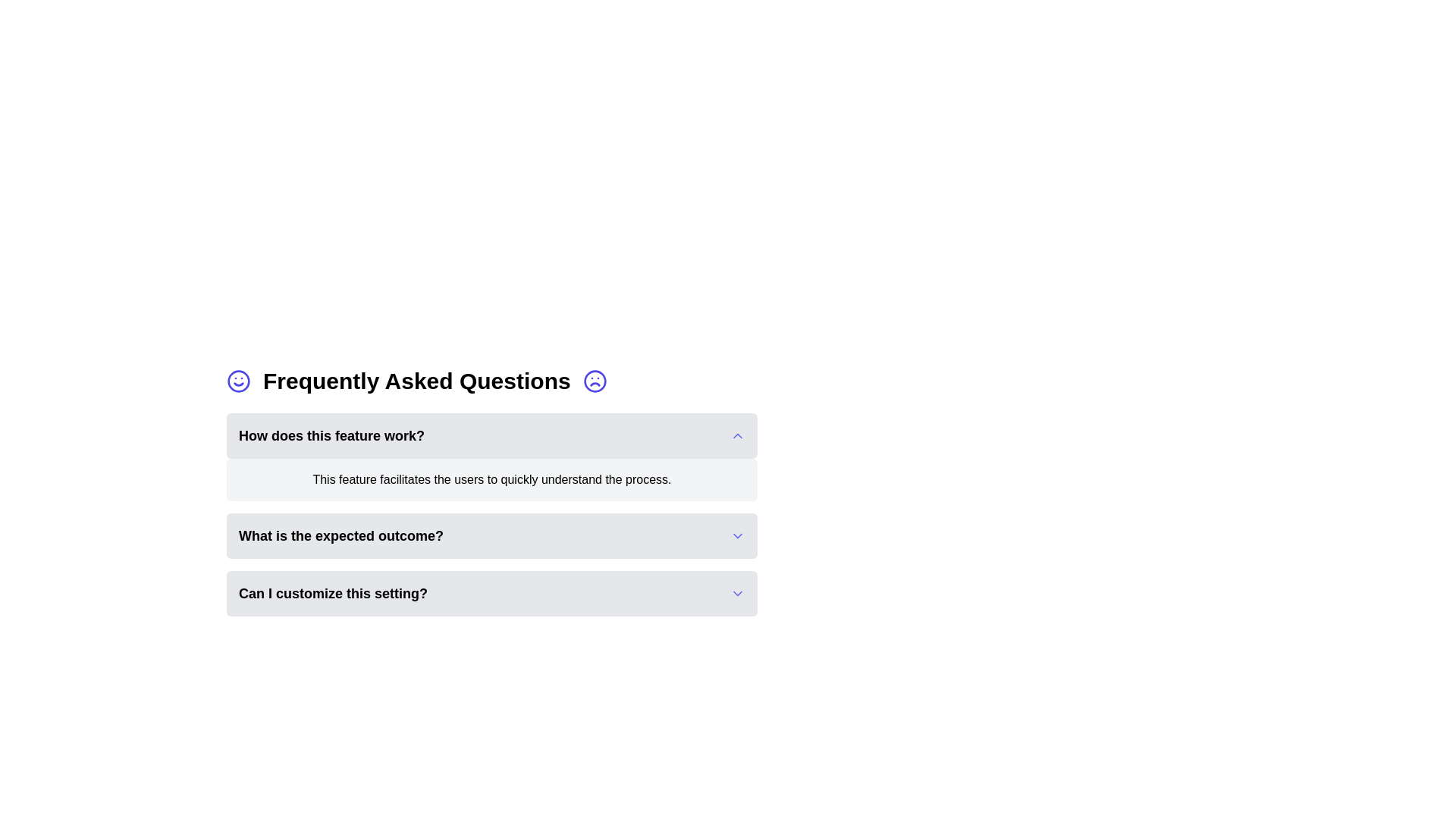 The image size is (1456, 819). What do you see at coordinates (340, 535) in the screenshot?
I see `the text label displaying 'What is the expected outcome?' which is located in the second collapsible section of the FAQs interface` at bounding box center [340, 535].